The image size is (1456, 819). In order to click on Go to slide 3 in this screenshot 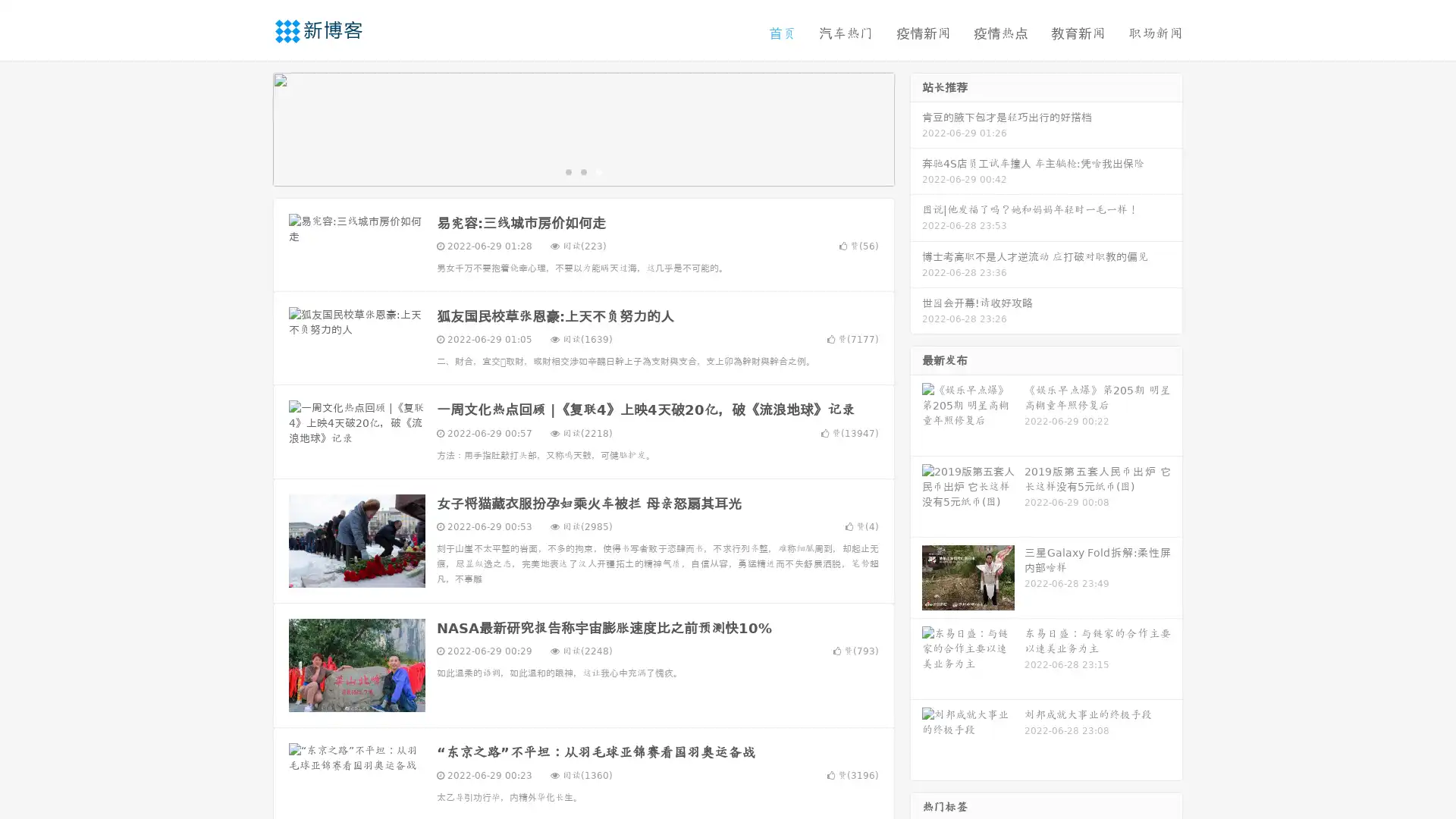, I will do `click(598, 171)`.